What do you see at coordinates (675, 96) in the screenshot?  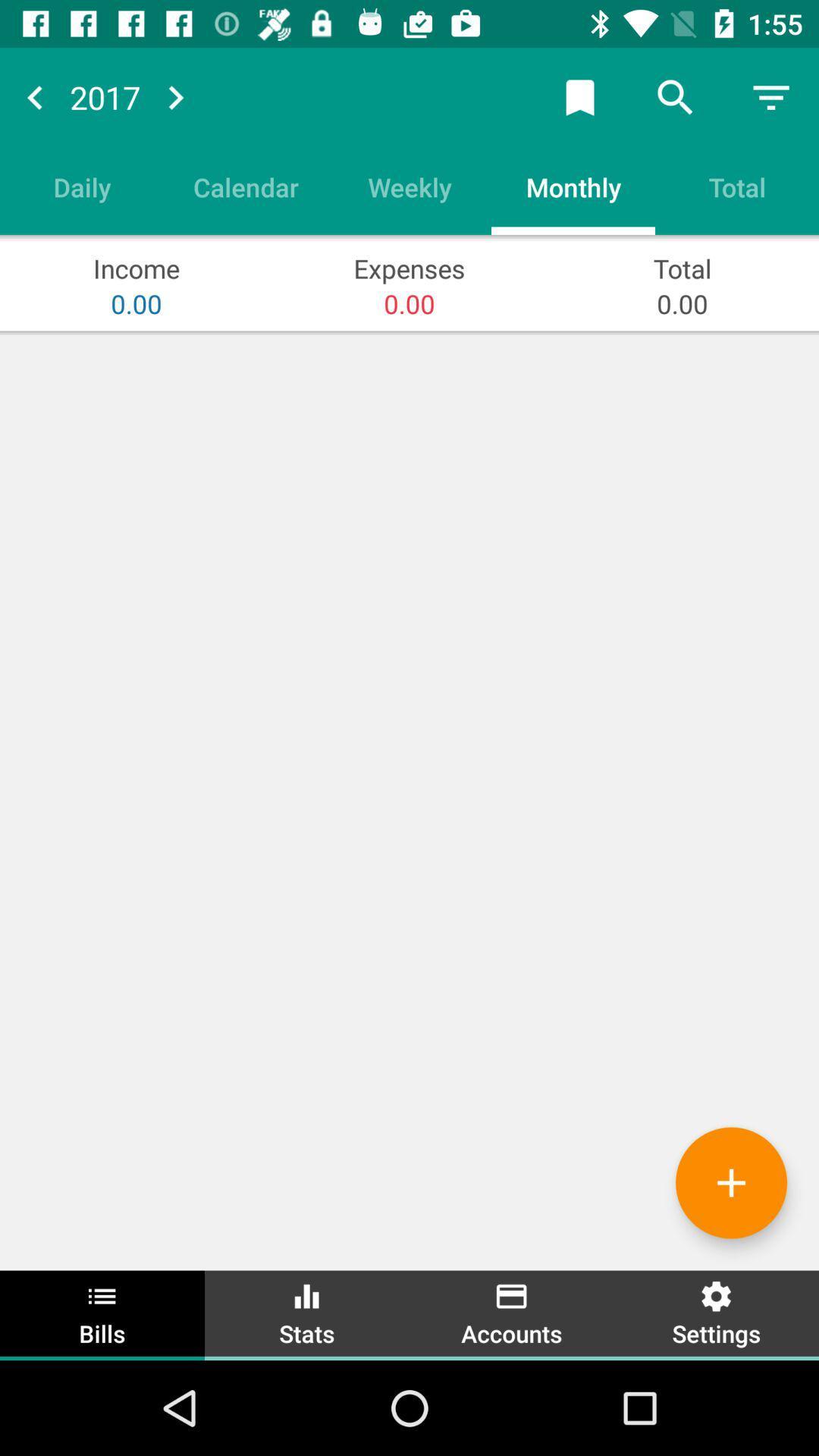 I see `the search icon` at bounding box center [675, 96].